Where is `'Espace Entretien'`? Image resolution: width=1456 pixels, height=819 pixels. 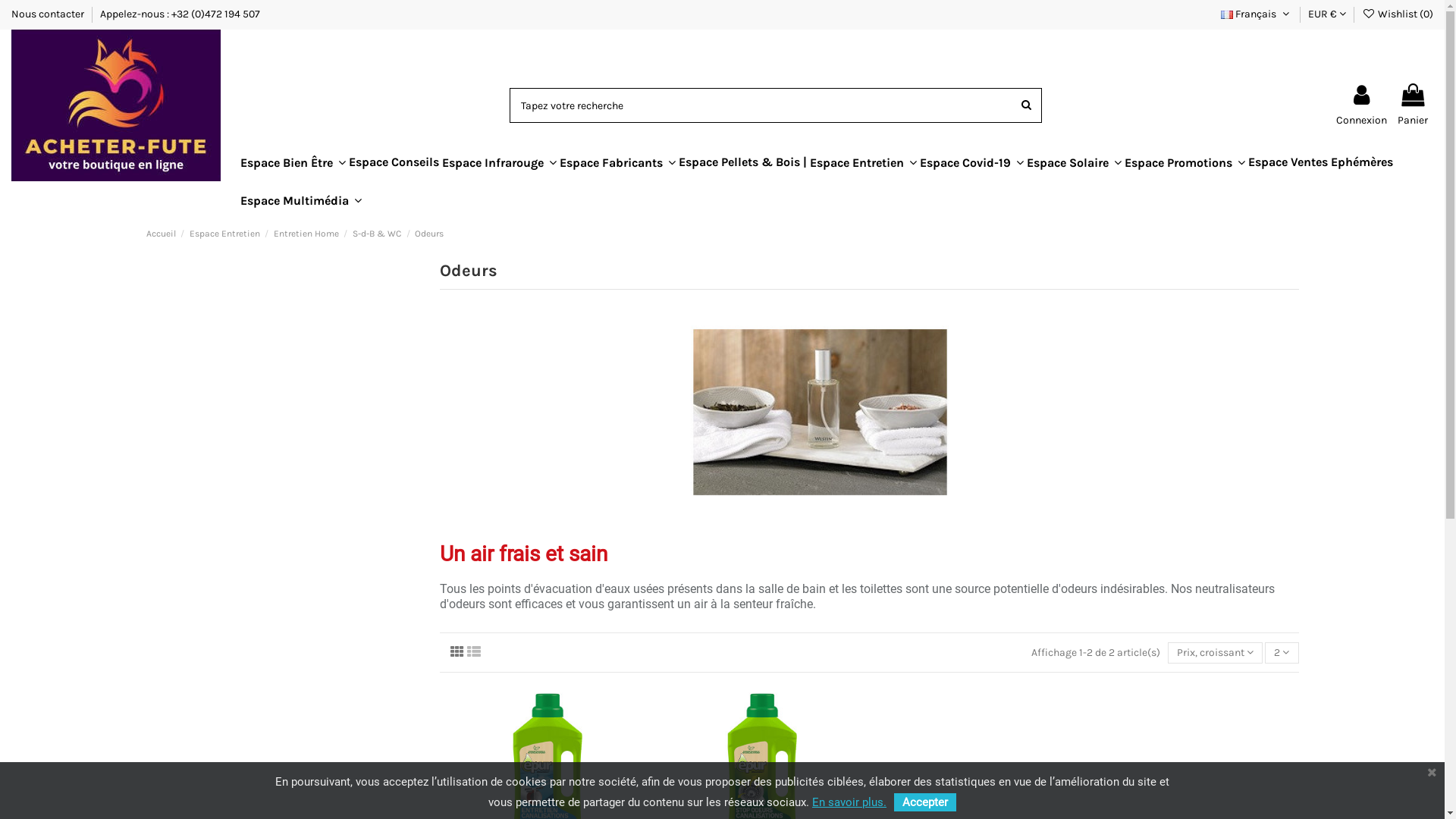
'Espace Entretien' is located at coordinates (863, 162).